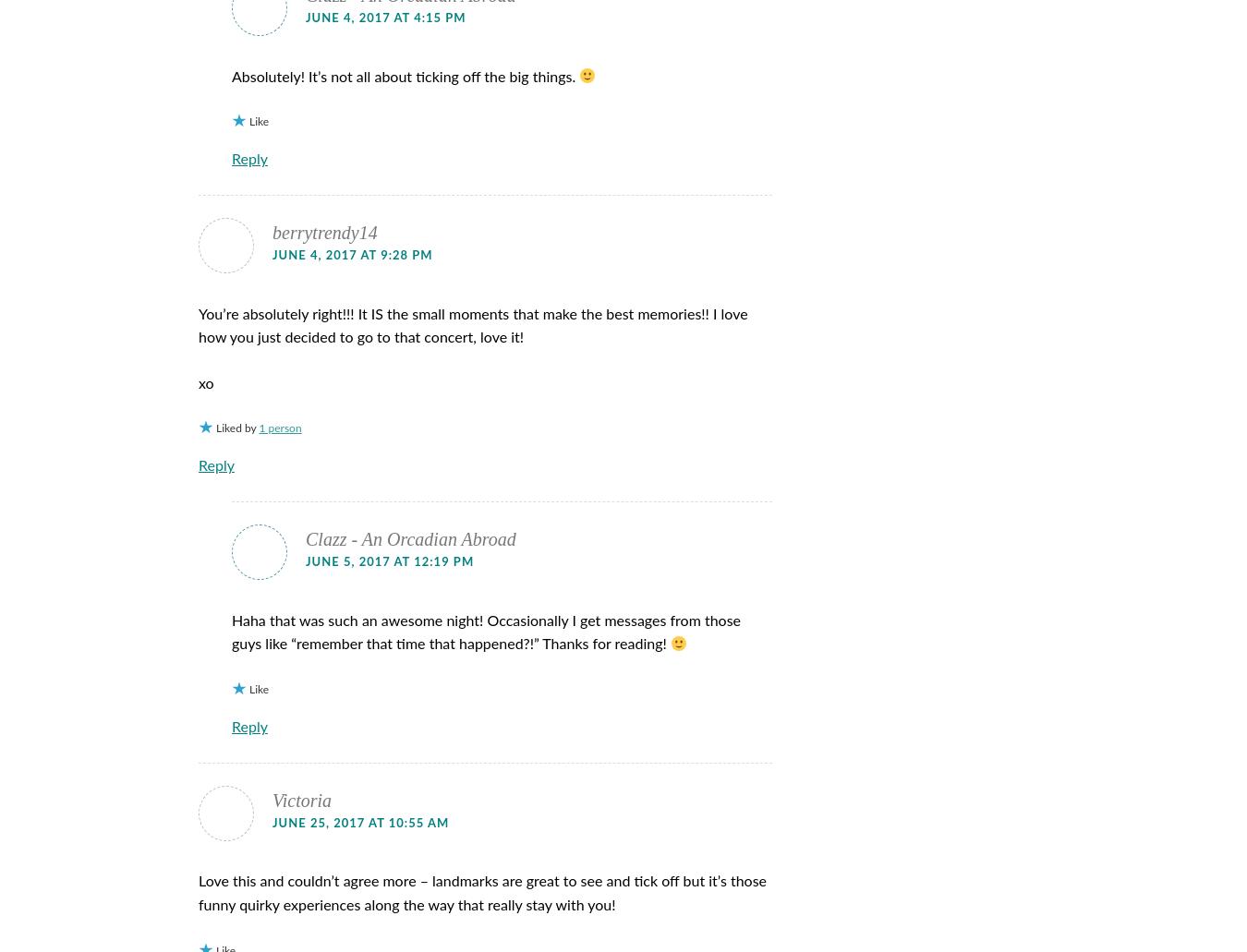 Image resolution: width=1247 pixels, height=952 pixels. What do you see at coordinates (257, 428) in the screenshot?
I see `'1 person'` at bounding box center [257, 428].